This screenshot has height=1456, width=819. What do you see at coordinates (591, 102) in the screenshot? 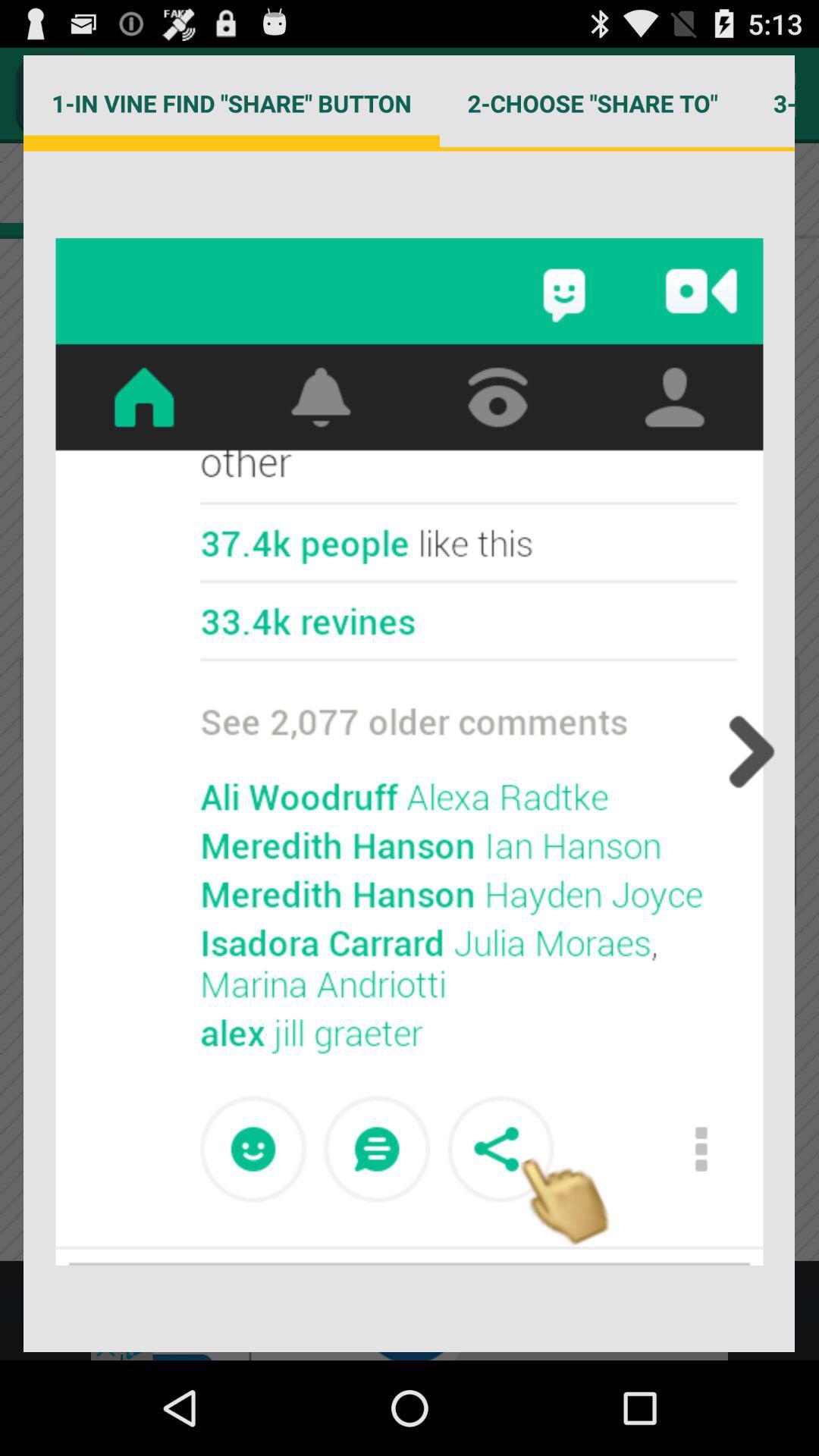
I see `the item to the right of 1 in vine item` at bounding box center [591, 102].